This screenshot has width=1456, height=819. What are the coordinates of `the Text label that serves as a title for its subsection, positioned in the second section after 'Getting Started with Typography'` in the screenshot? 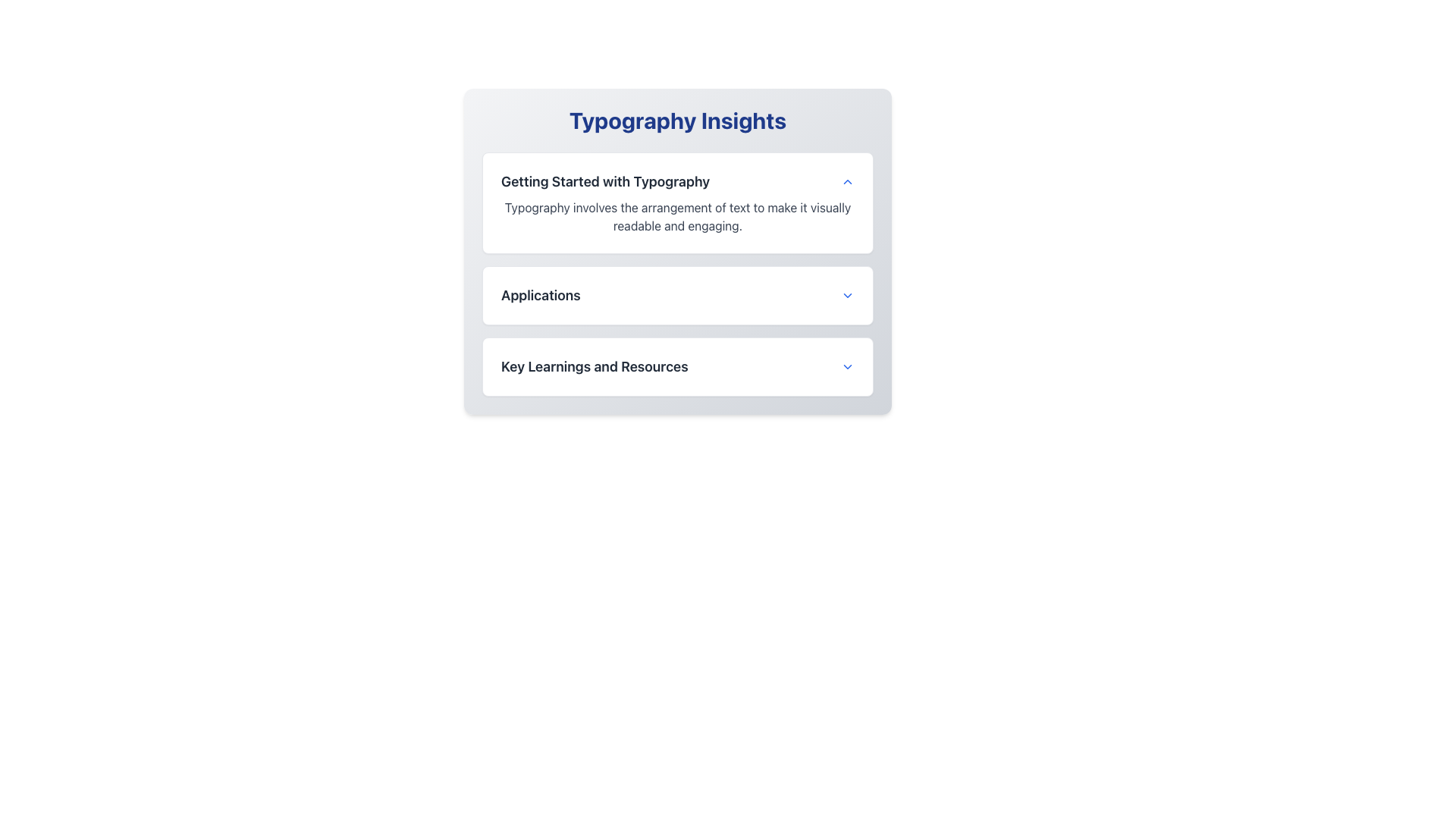 It's located at (541, 295).